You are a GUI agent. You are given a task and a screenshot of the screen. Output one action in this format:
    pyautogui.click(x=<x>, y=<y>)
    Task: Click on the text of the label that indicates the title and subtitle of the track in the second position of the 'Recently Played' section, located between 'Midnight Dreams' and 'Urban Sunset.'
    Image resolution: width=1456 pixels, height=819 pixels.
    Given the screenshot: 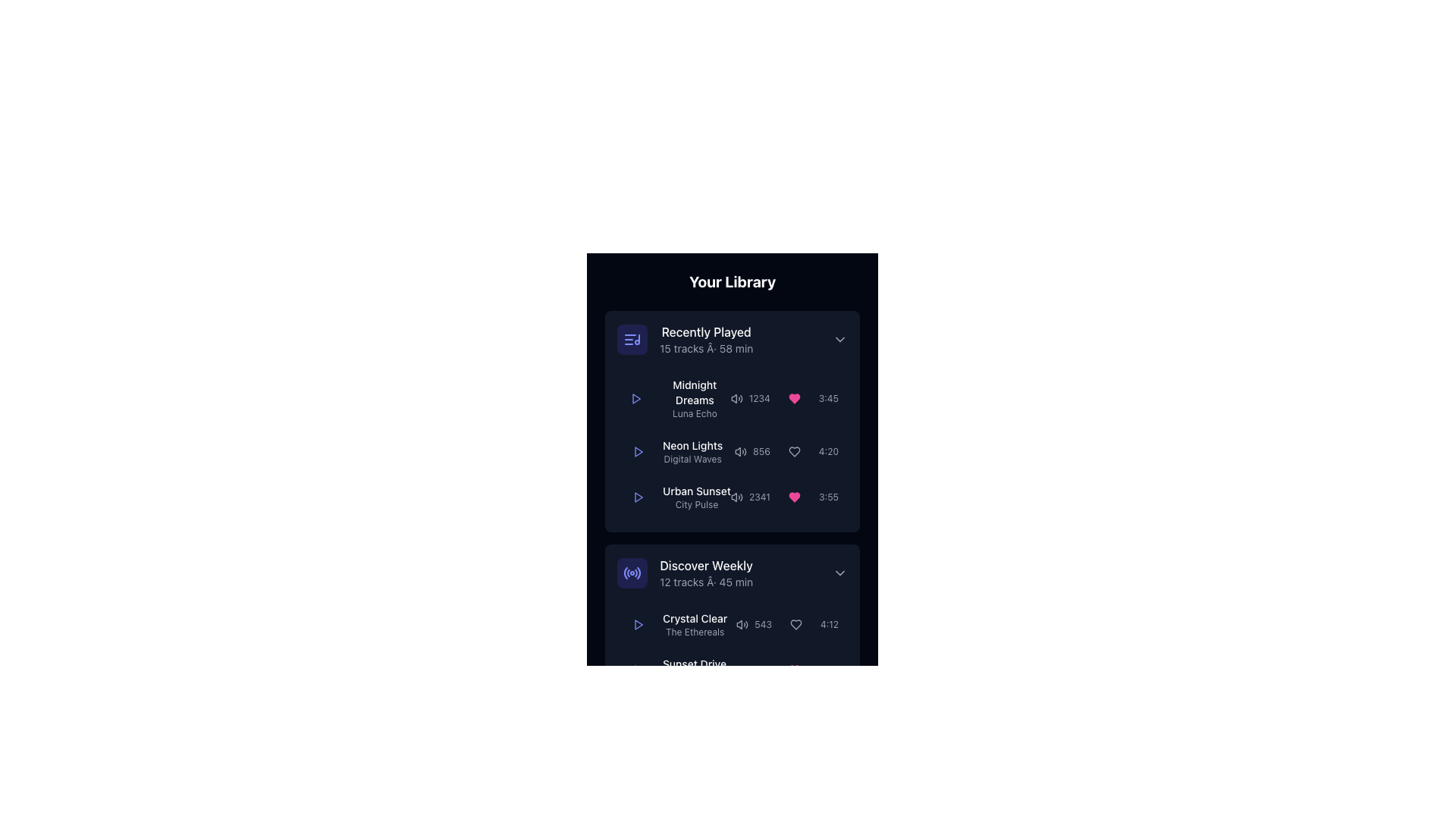 What is the action you would take?
    pyautogui.click(x=673, y=451)
    